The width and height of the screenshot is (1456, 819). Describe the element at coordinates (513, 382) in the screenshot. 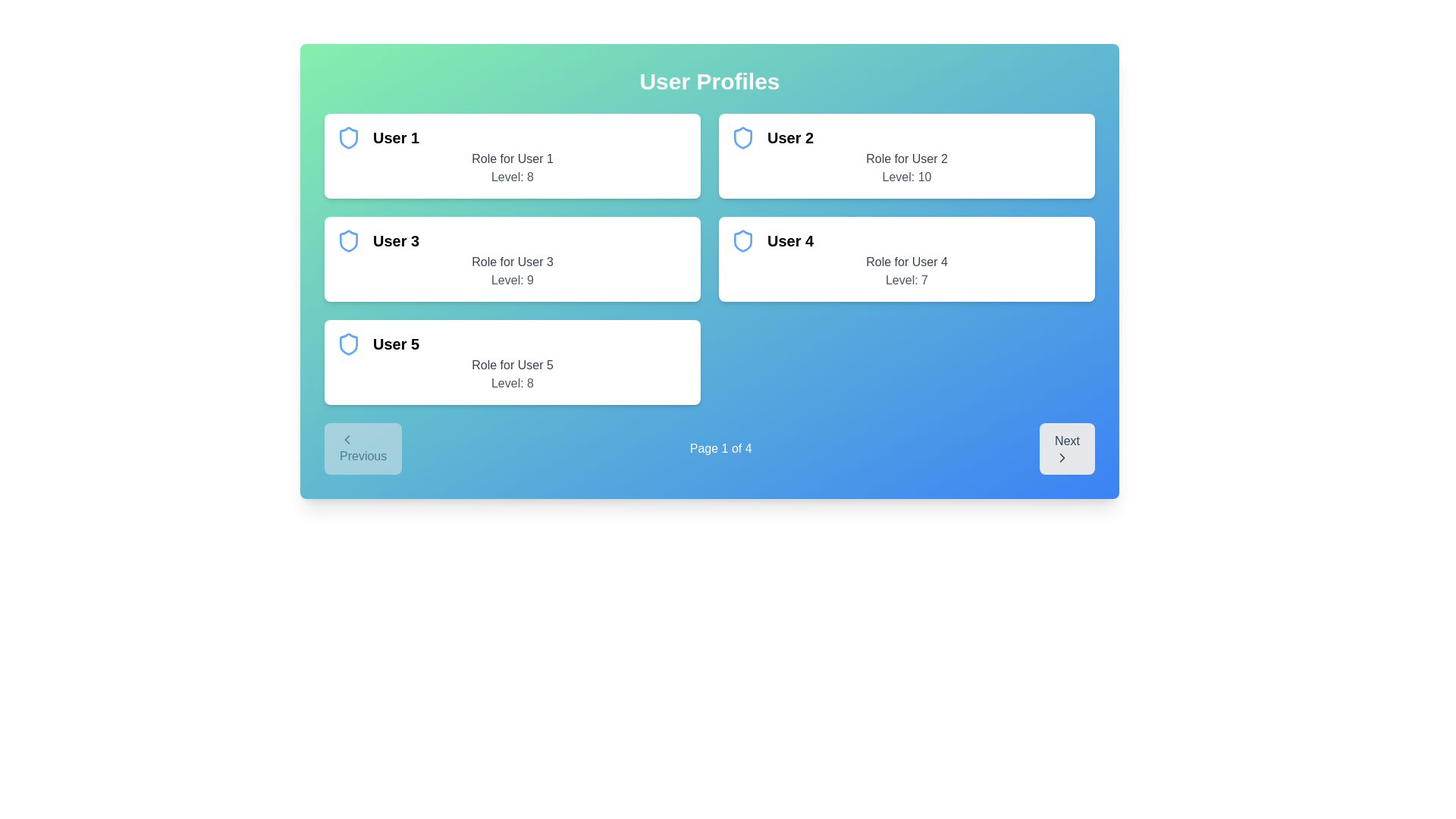

I see `text label indicating the level associated with 'User 5', located at the bottom segment of the card under the 'Role for User 5' text` at that location.